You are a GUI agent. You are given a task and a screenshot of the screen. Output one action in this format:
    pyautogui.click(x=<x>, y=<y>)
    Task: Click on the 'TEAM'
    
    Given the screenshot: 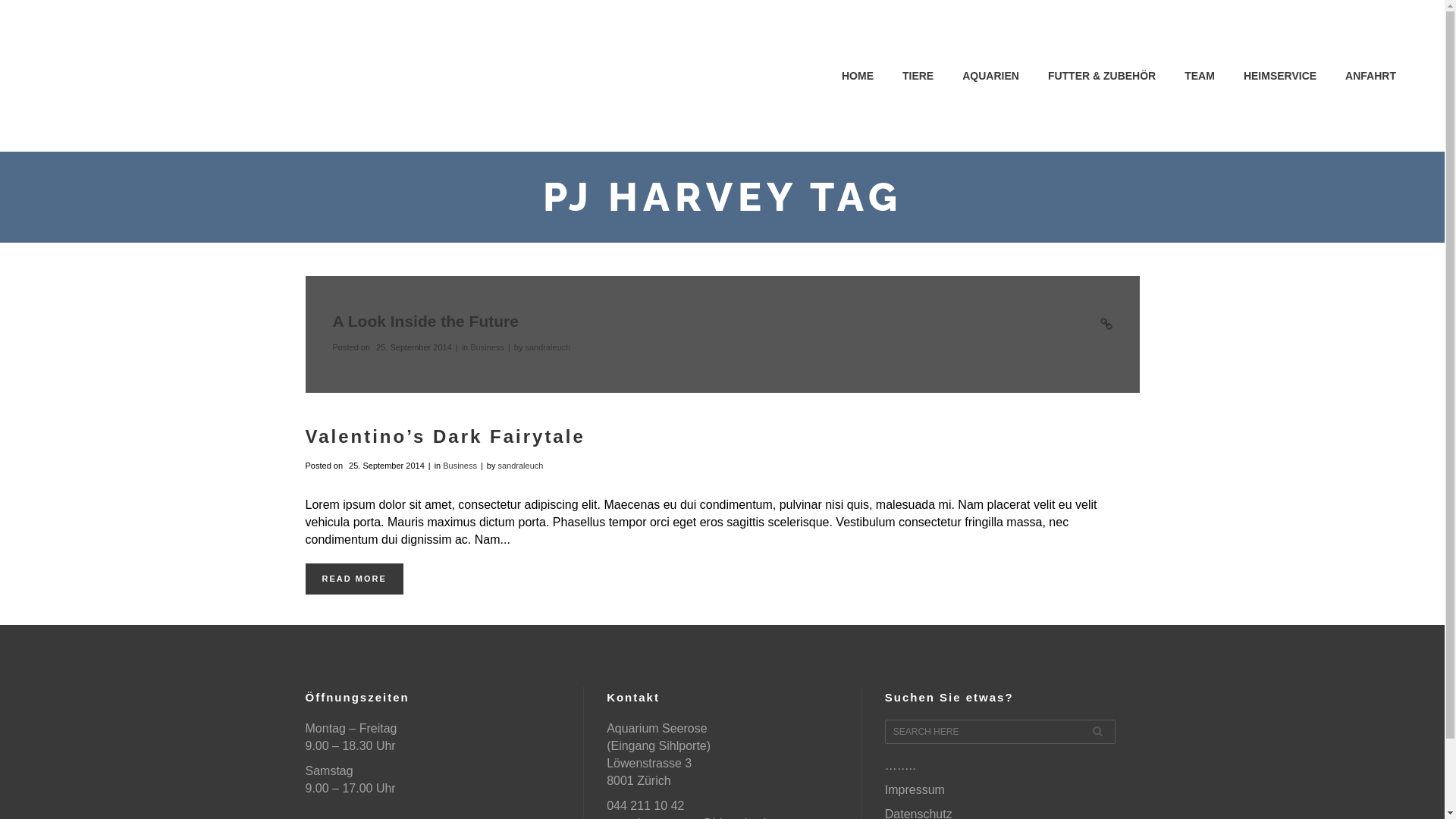 What is the action you would take?
    pyautogui.click(x=1199, y=76)
    